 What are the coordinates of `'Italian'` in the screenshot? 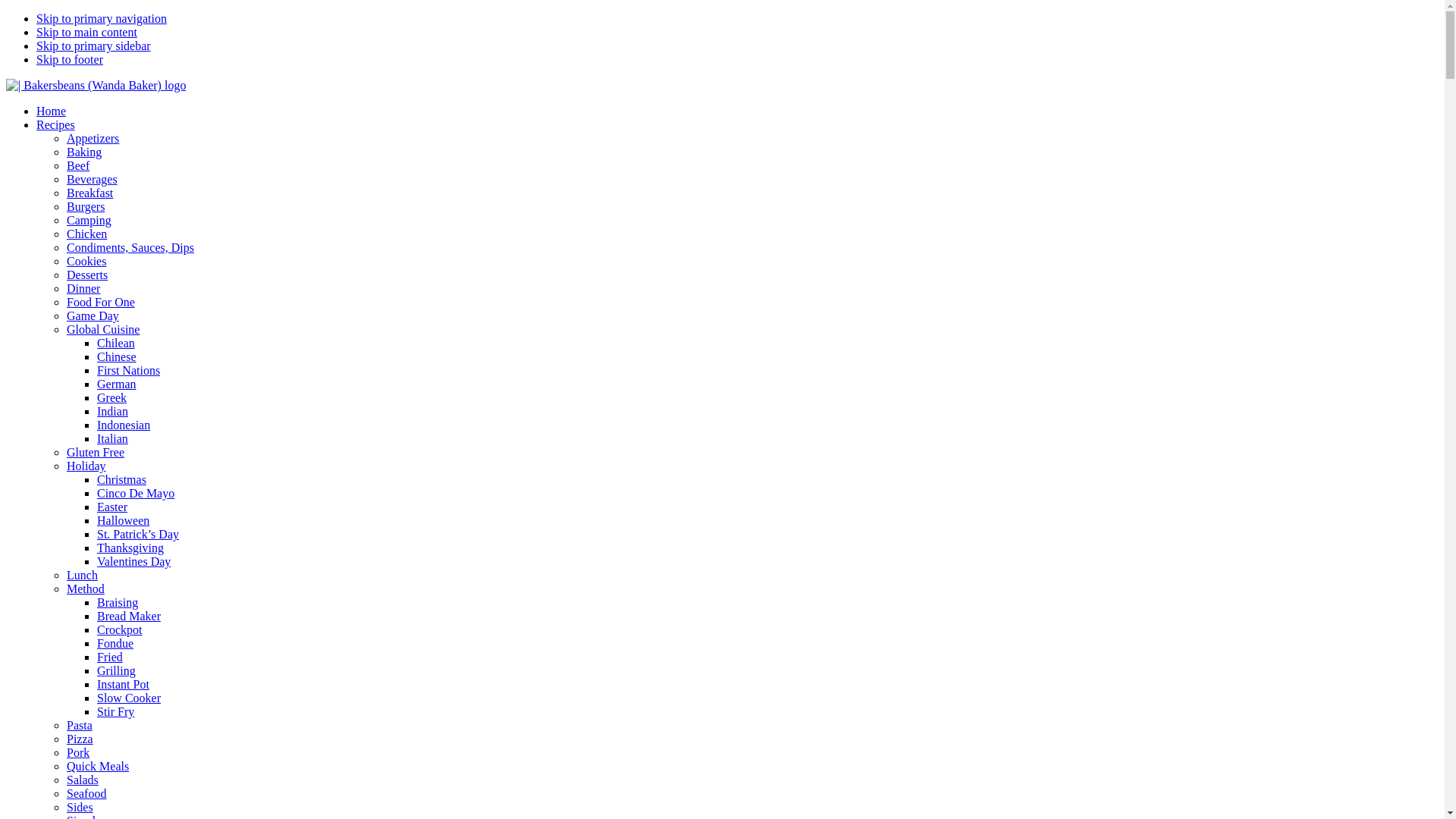 It's located at (111, 438).